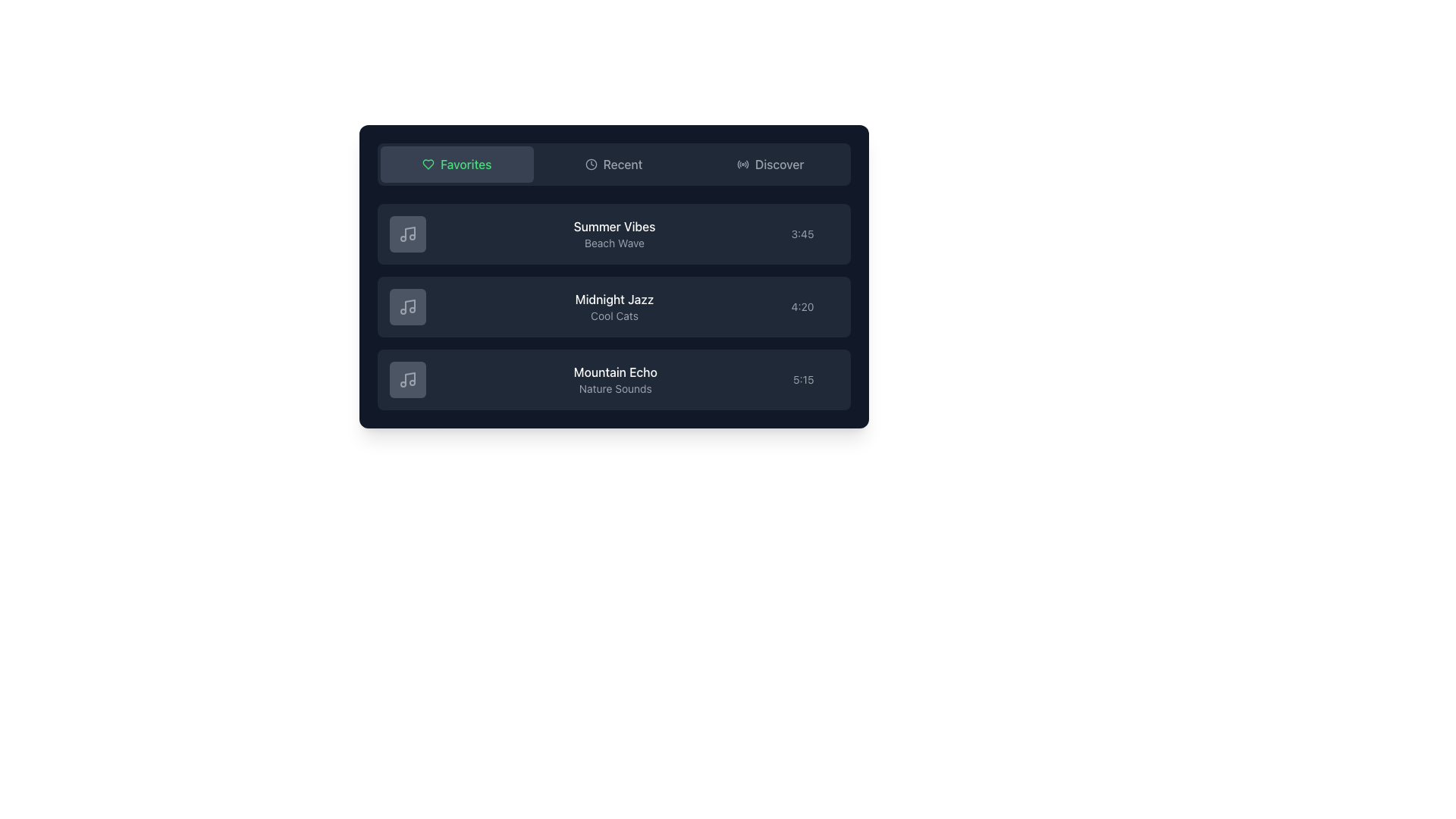 Image resolution: width=1456 pixels, height=819 pixels. What do you see at coordinates (623, 164) in the screenshot?
I see `the 'Recent' items label in the navigation bar, located between 'Favorites' and 'Discover'` at bounding box center [623, 164].